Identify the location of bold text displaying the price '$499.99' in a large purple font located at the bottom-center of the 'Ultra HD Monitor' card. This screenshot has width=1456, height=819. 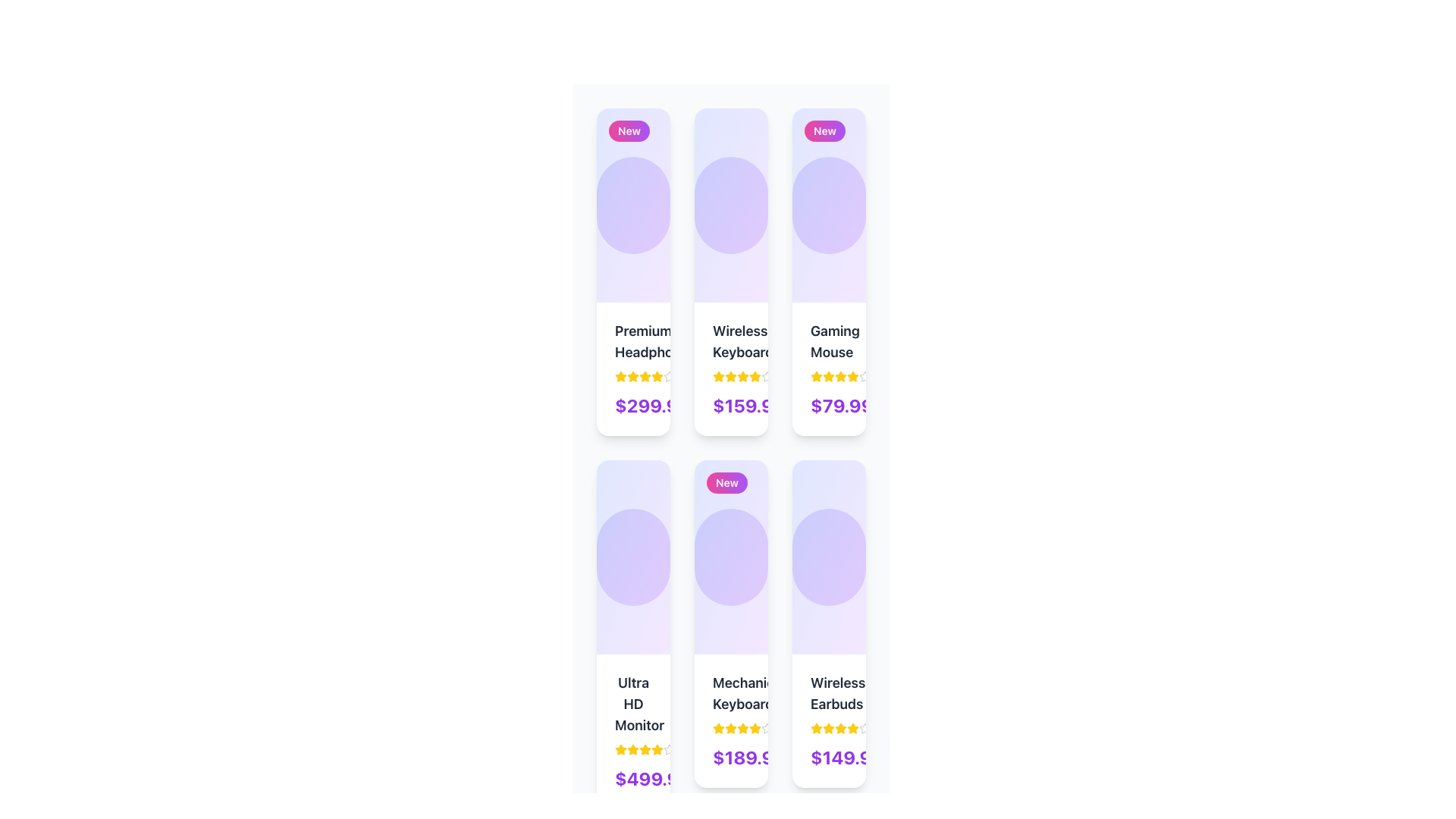
(633, 778).